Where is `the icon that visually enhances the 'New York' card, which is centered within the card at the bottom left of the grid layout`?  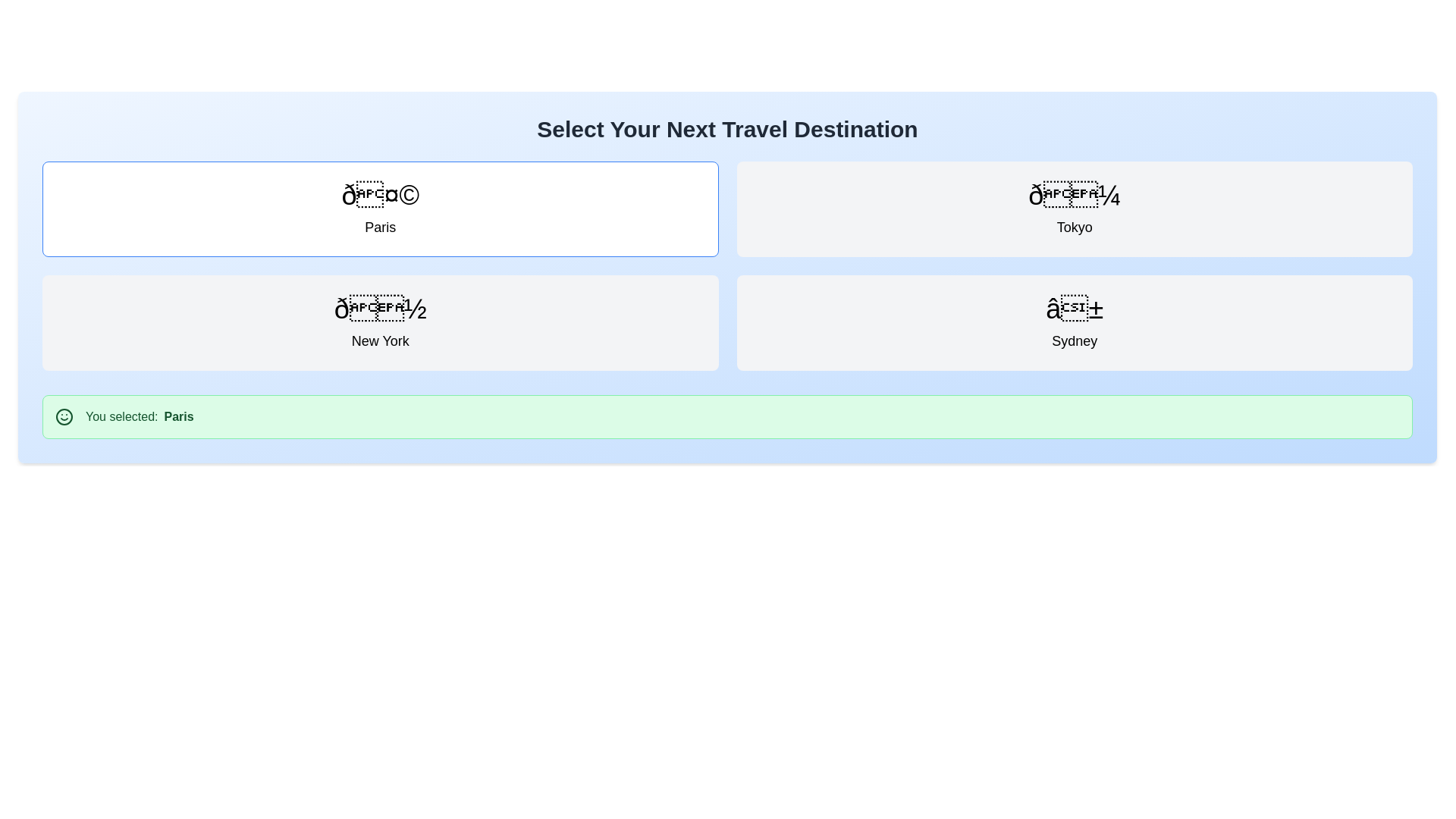
the icon that visually enhances the 'New York' card, which is centered within the card at the bottom left of the grid layout is located at coordinates (380, 309).